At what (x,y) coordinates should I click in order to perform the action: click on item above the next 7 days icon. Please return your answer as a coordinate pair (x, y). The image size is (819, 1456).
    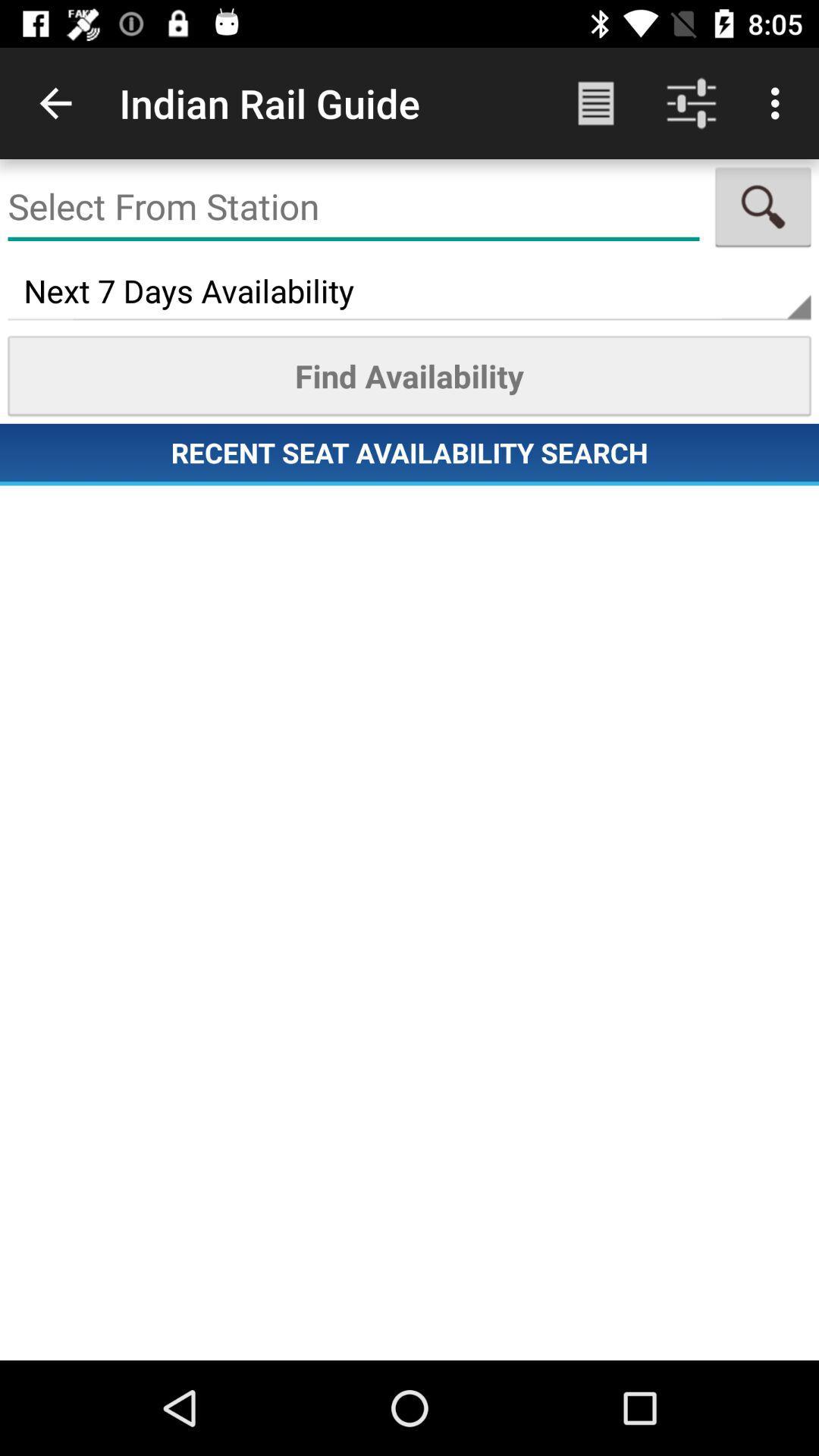
    Looking at the image, I should click on (763, 206).